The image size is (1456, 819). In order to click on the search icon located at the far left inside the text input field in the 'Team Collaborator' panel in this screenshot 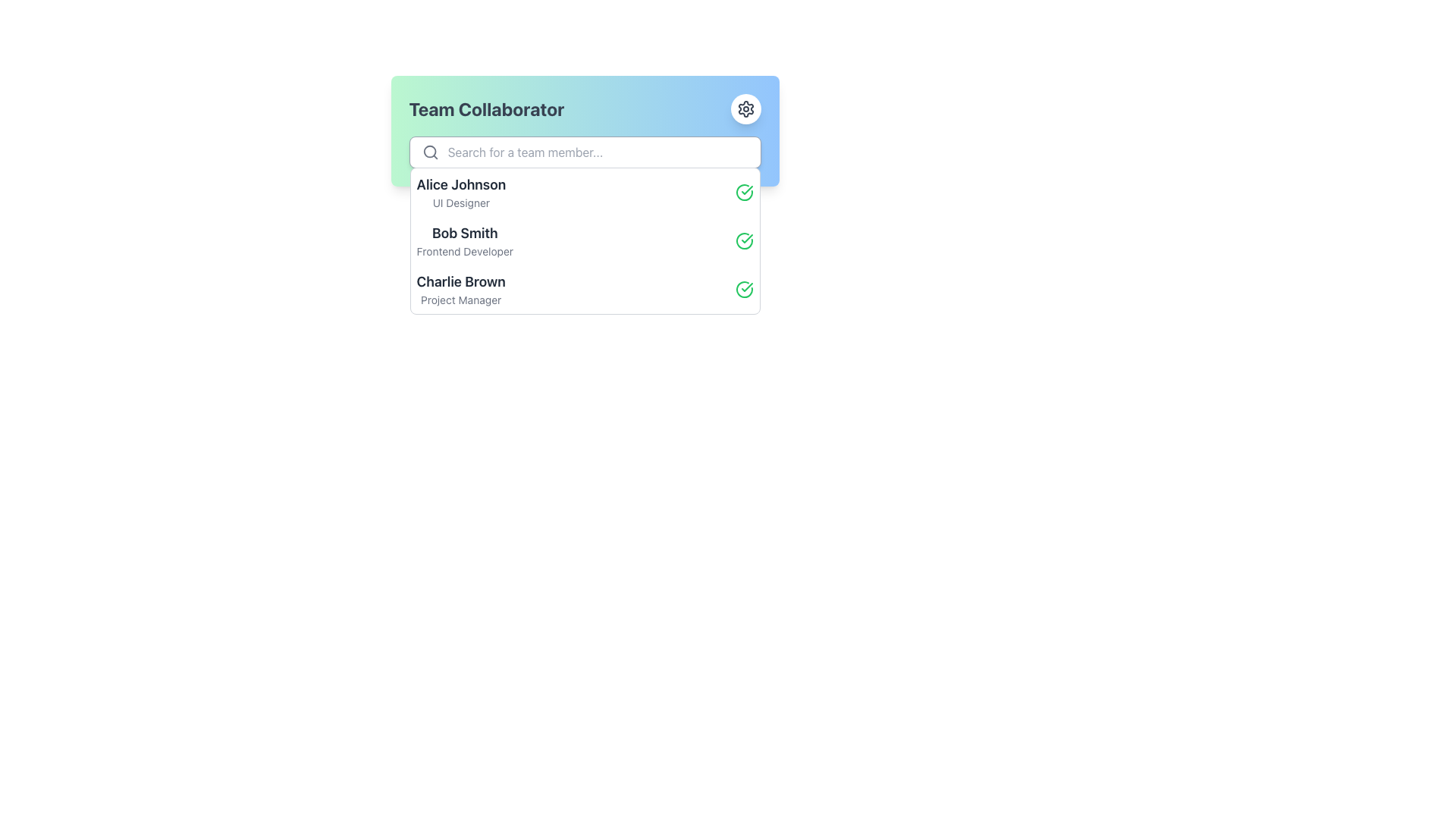, I will do `click(429, 152)`.